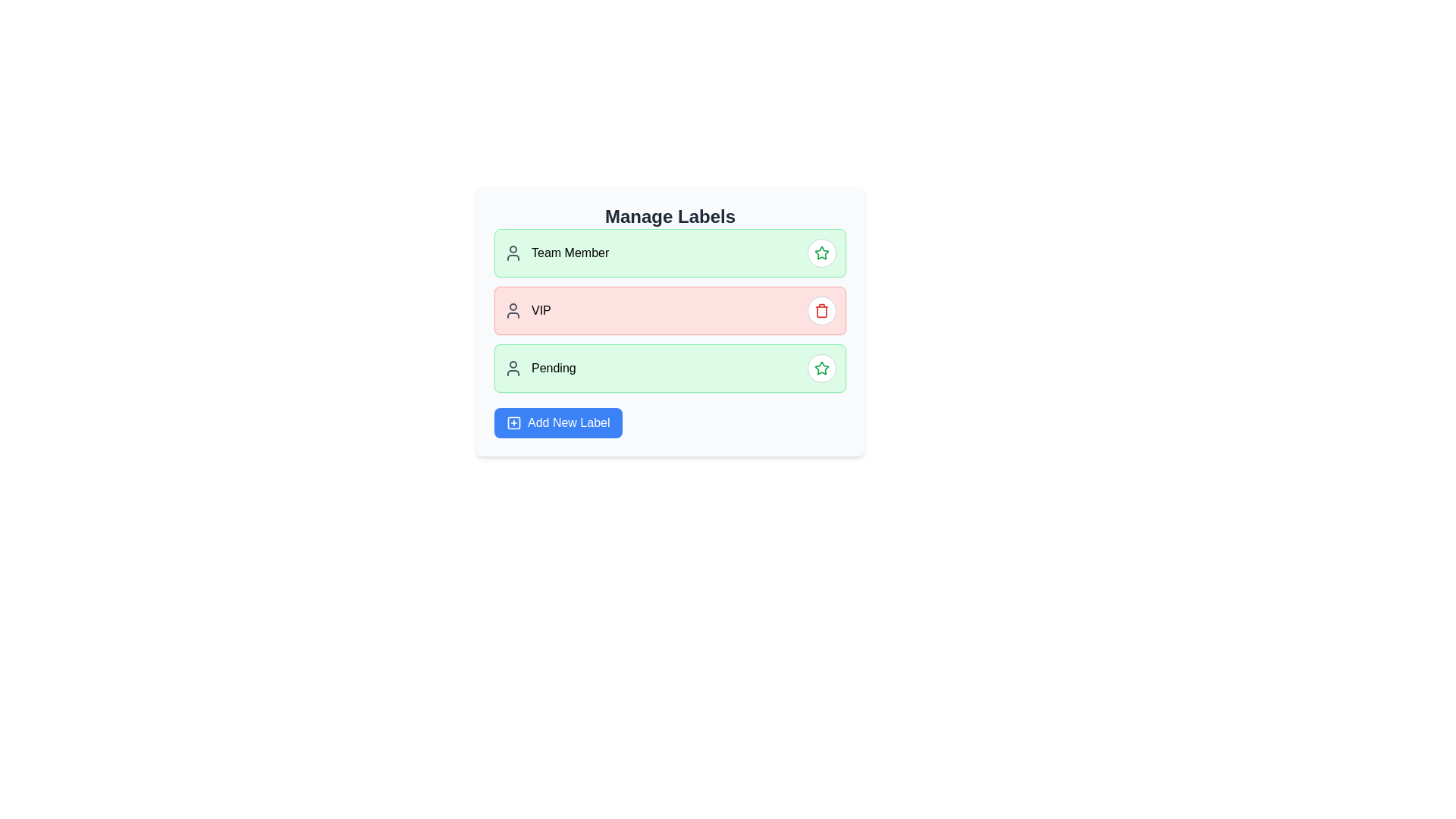 This screenshot has height=819, width=1456. I want to click on the VIP icon located to the left in the red-highlighted VIP section, which visually represents a user or member in the VIP category, so click(513, 309).